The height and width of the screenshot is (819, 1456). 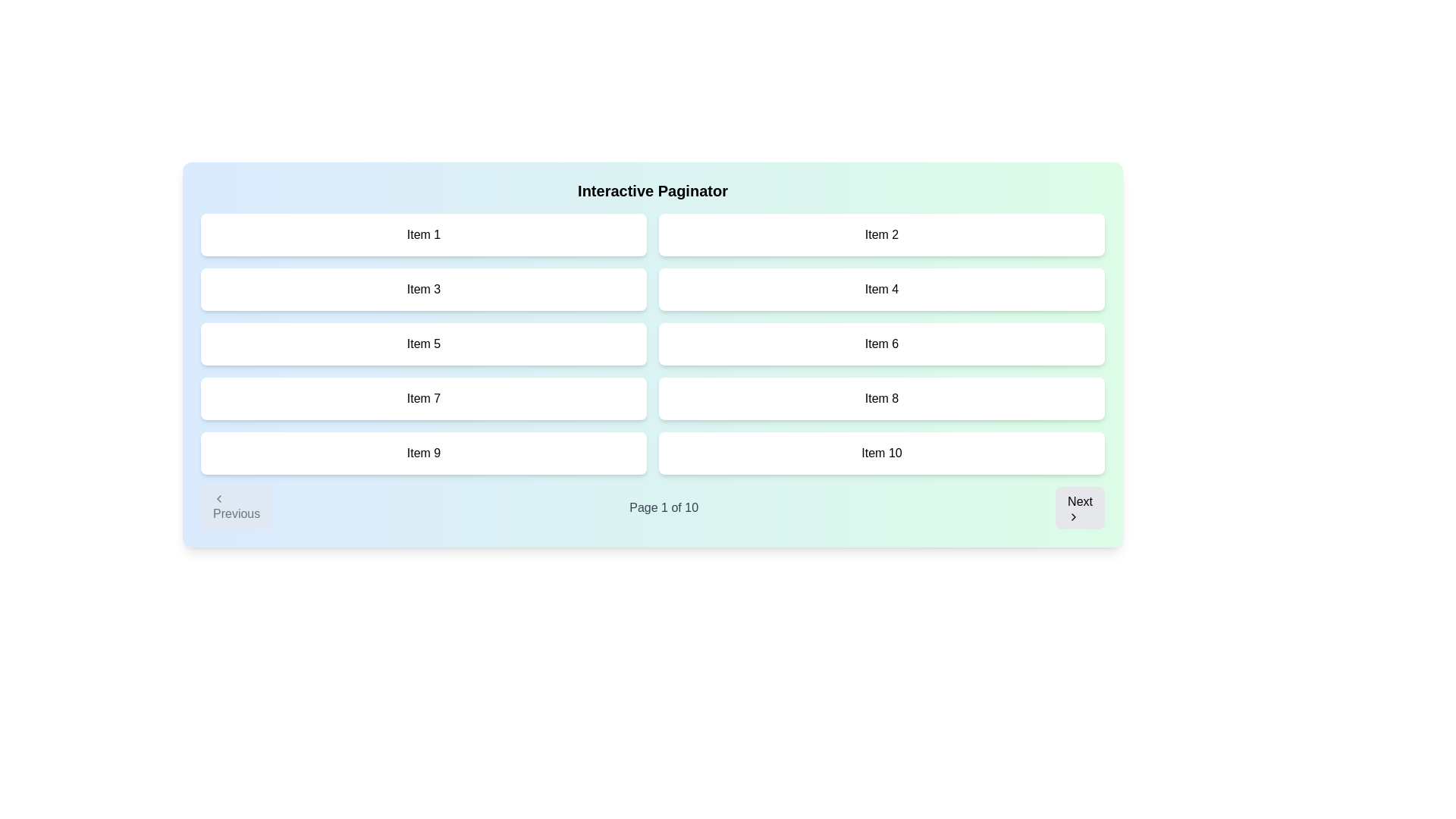 I want to click on the Text element displaying 'Item 6', which is styled in a medium-weight font and located in the second column of a two-column grid layout, specifically in the third row, so click(x=881, y=344).